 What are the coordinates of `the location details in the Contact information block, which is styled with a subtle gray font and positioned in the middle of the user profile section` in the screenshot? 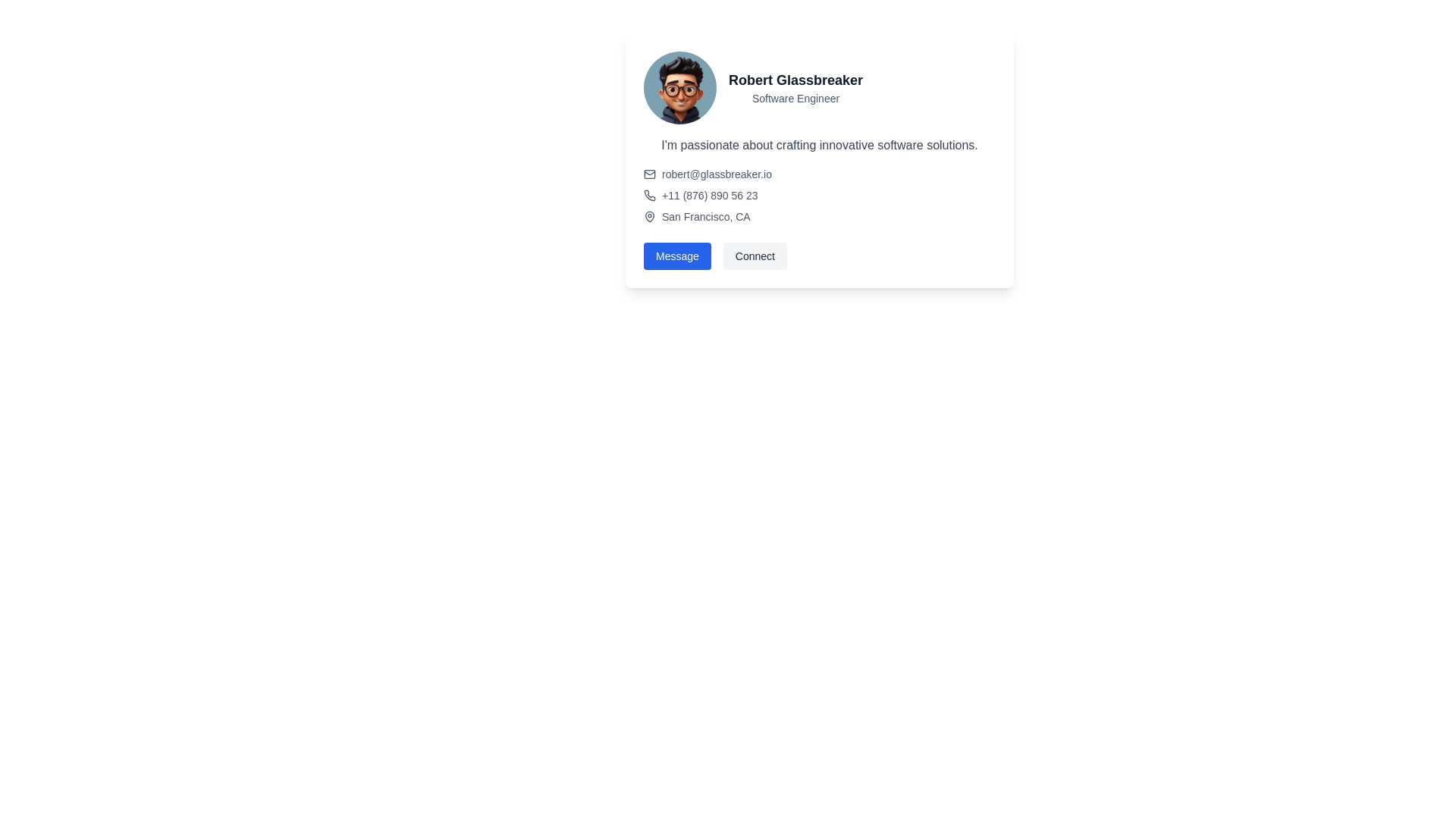 It's located at (818, 195).